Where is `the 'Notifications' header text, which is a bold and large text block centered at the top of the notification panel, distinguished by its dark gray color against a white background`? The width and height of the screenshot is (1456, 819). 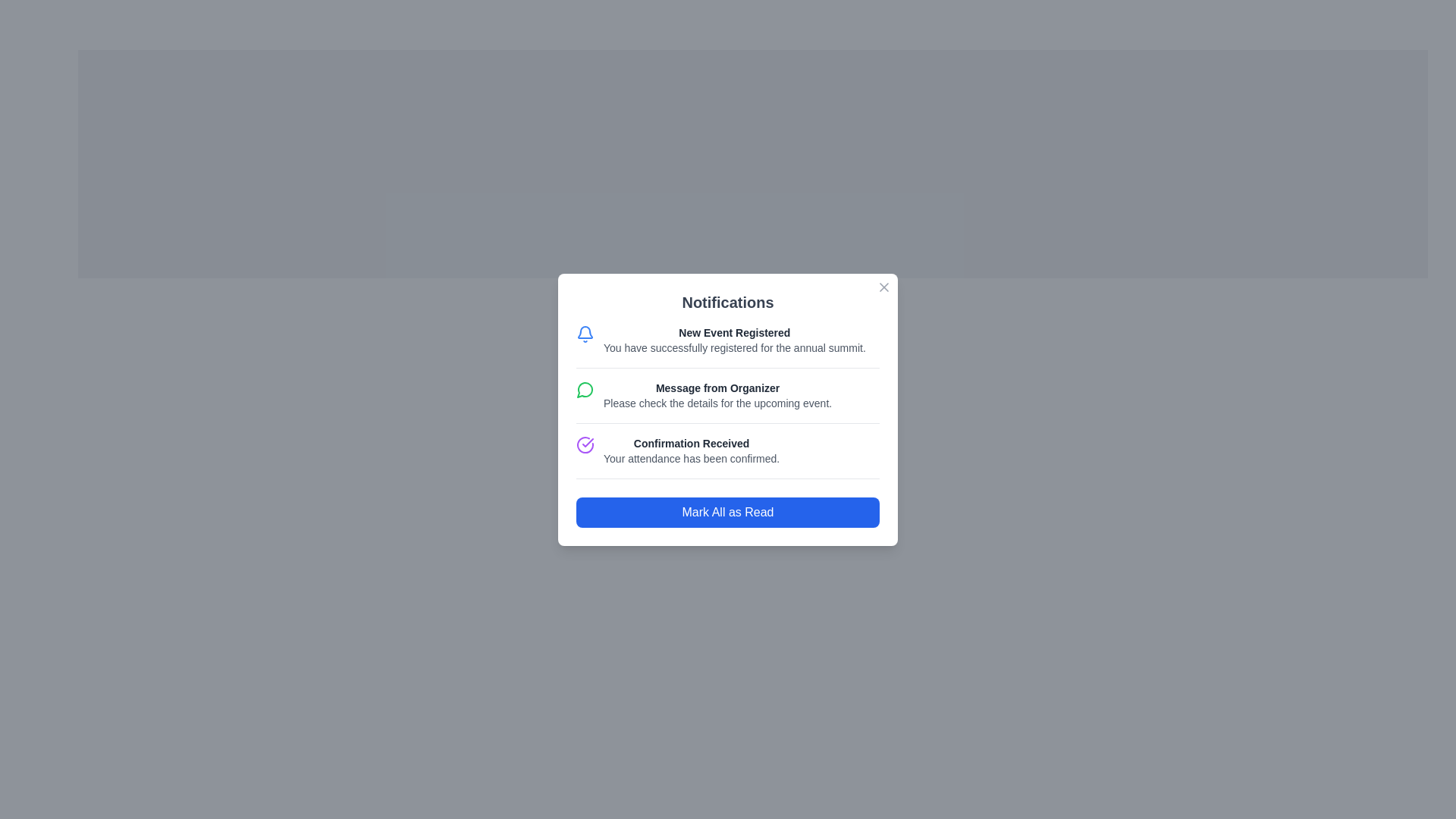
the 'Notifications' header text, which is a bold and large text block centered at the top of the notification panel, distinguished by its dark gray color against a white background is located at coordinates (728, 301).